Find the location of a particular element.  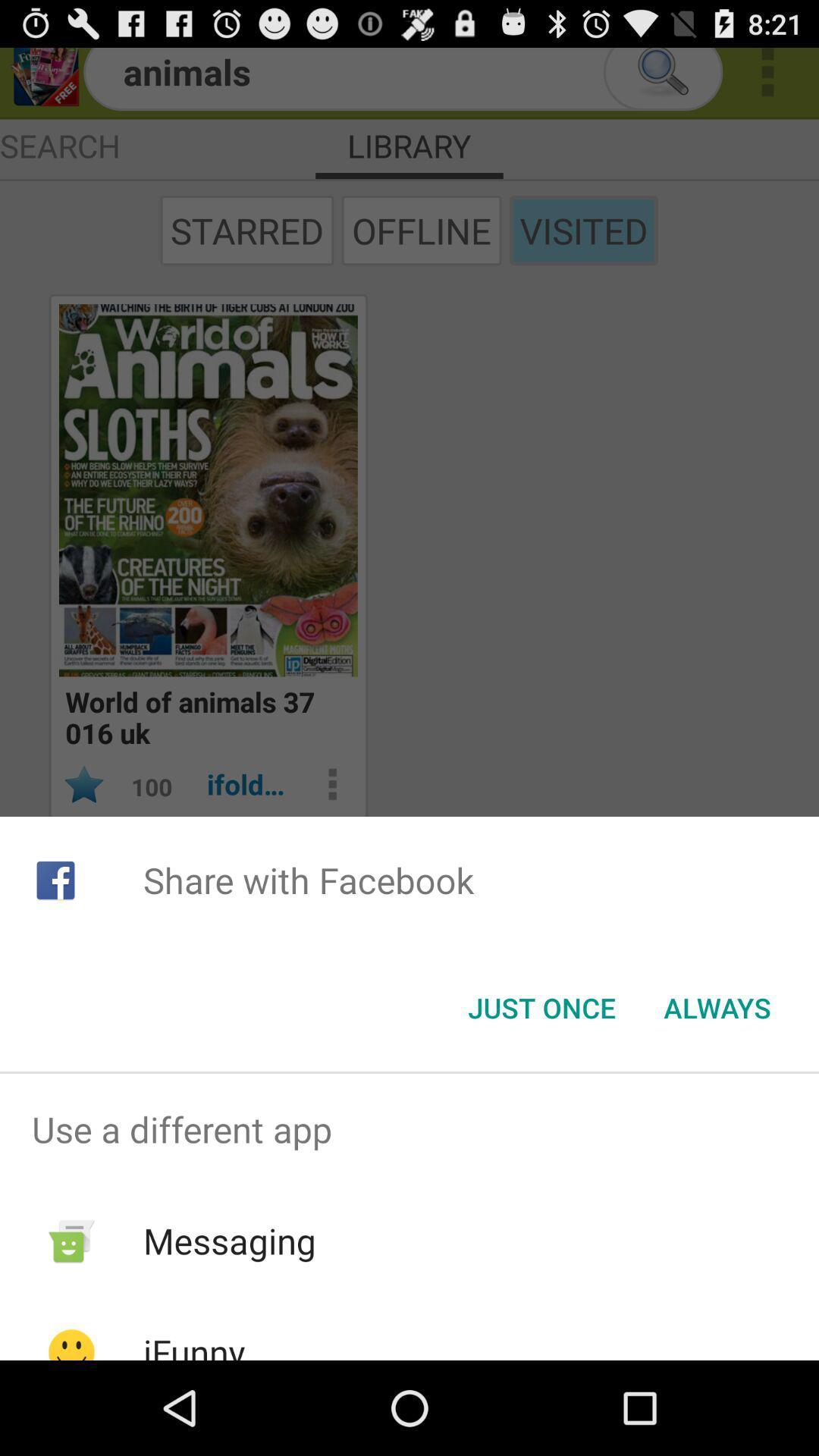

item to the left of always item is located at coordinates (541, 1008).